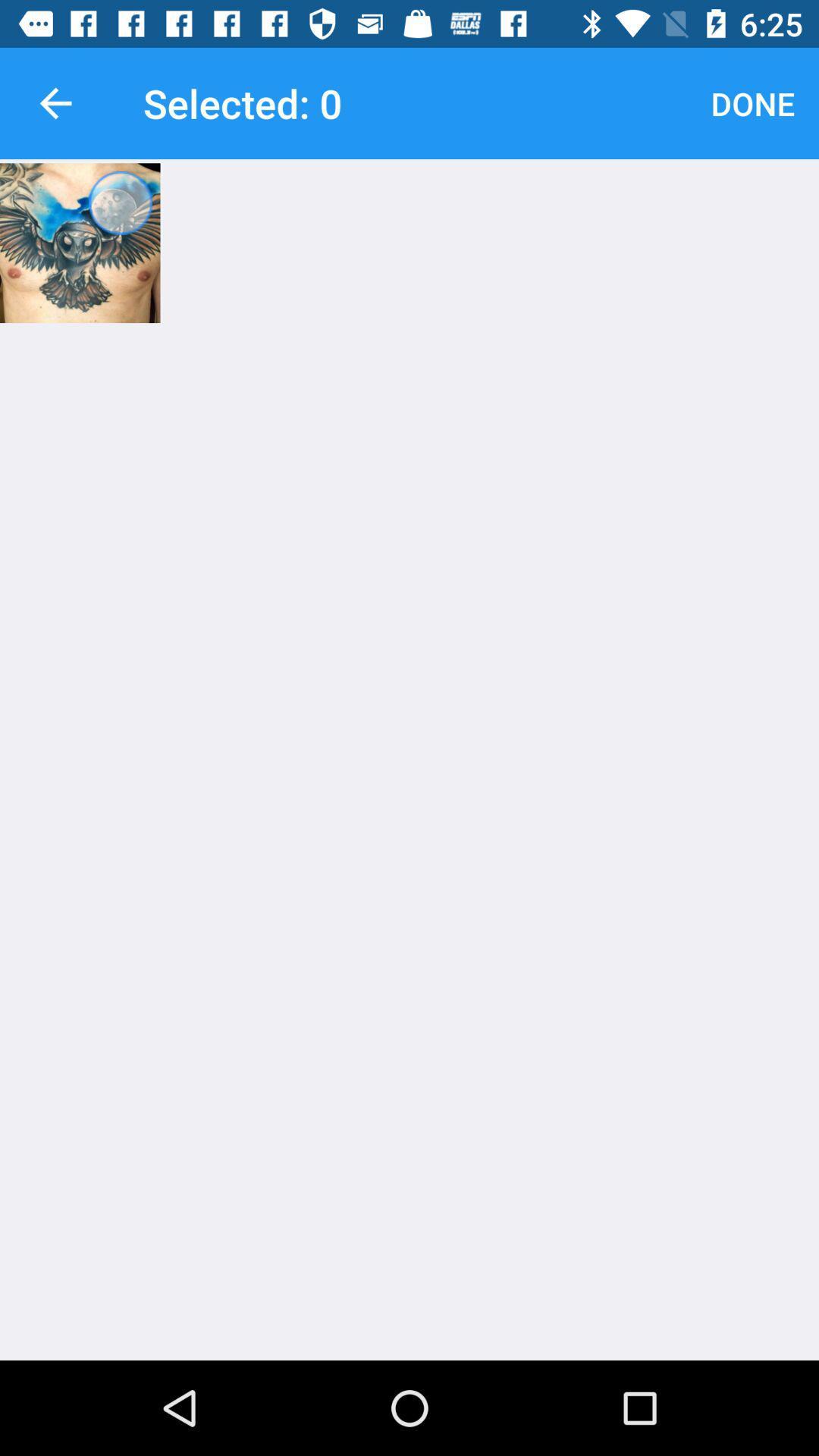 Image resolution: width=819 pixels, height=1456 pixels. Describe the element at coordinates (752, 102) in the screenshot. I see `the icon next to the selected: 0` at that location.